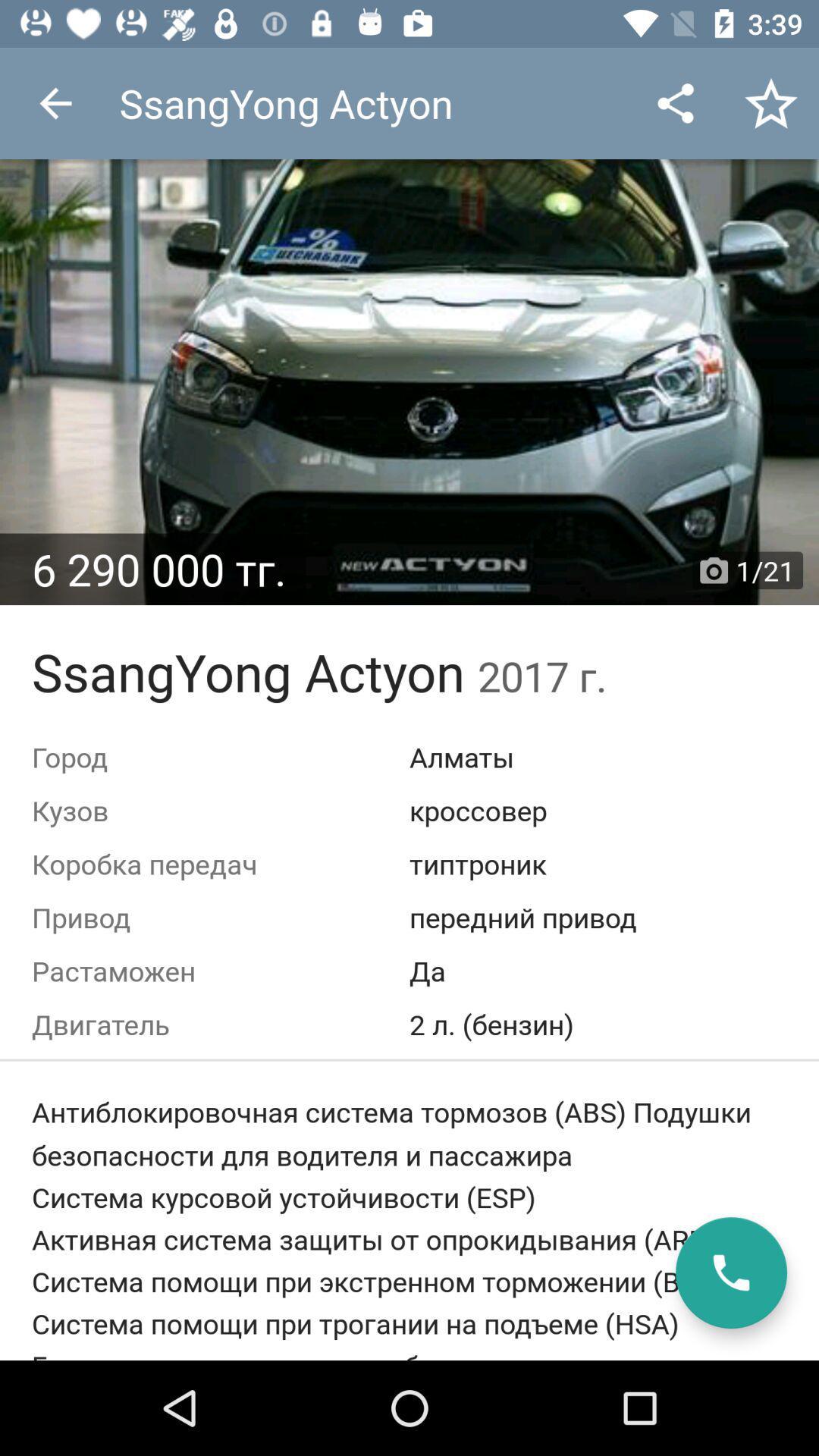 The image size is (819, 1456). What do you see at coordinates (55, 102) in the screenshot?
I see `the item next to the ssangyong actyon` at bounding box center [55, 102].